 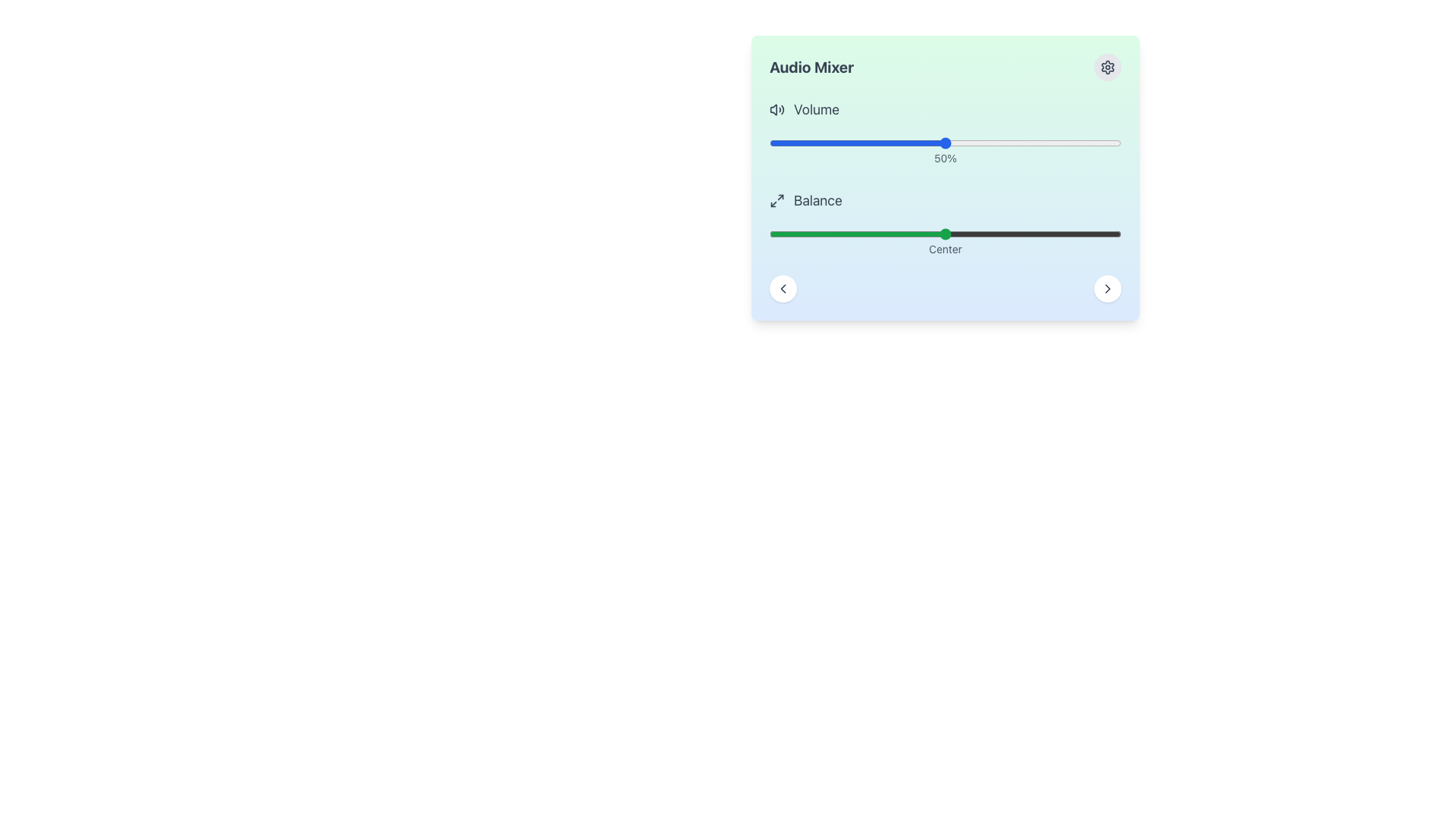 What do you see at coordinates (811, 234) in the screenshot?
I see `balance` at bounding box center [811, 234].